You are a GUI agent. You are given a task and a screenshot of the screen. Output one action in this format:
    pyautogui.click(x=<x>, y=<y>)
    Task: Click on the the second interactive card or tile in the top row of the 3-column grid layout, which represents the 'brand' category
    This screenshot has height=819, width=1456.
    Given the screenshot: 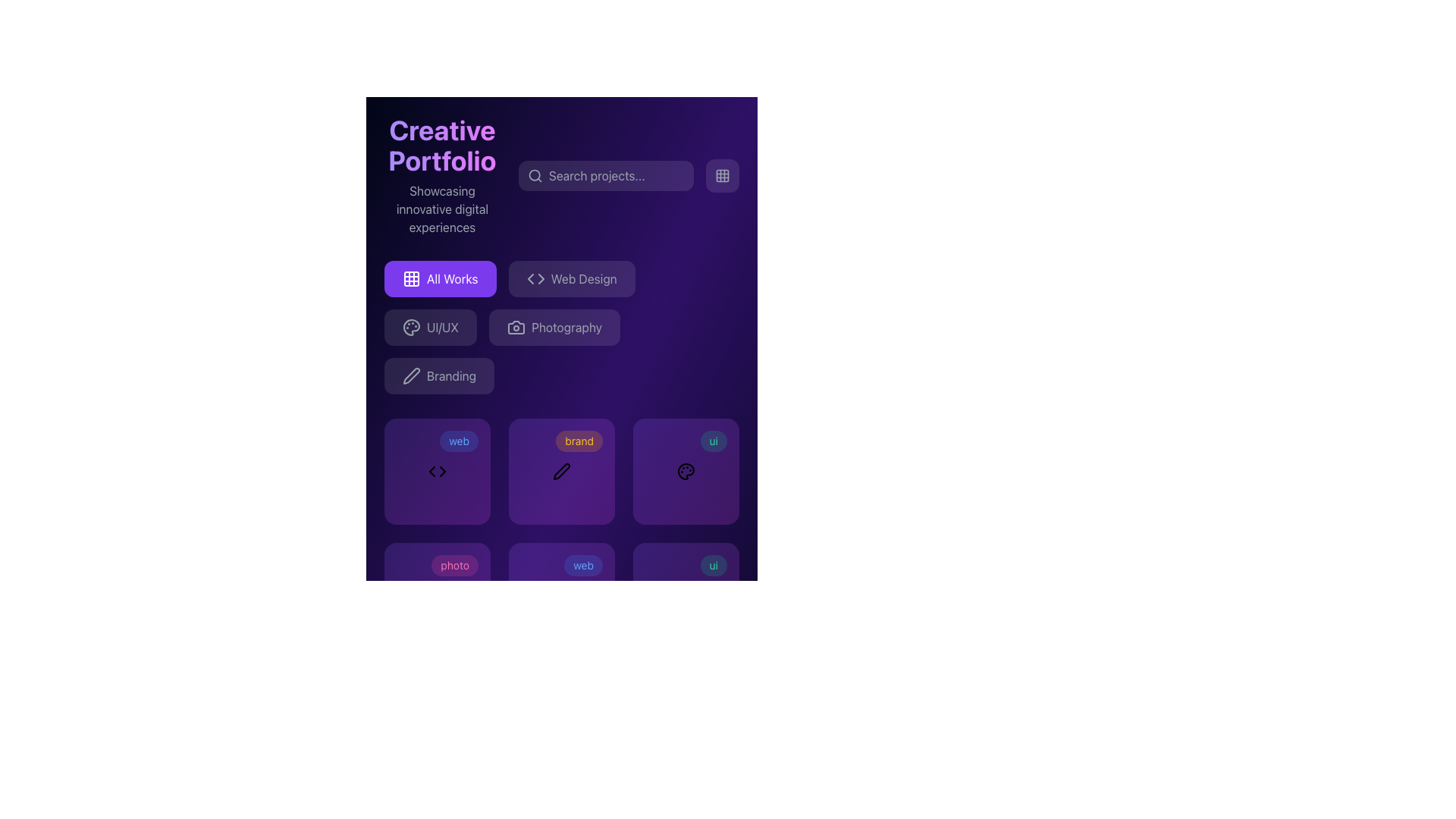 What is the action you would take?
    pyautogui.click(x=560, y=470)
    